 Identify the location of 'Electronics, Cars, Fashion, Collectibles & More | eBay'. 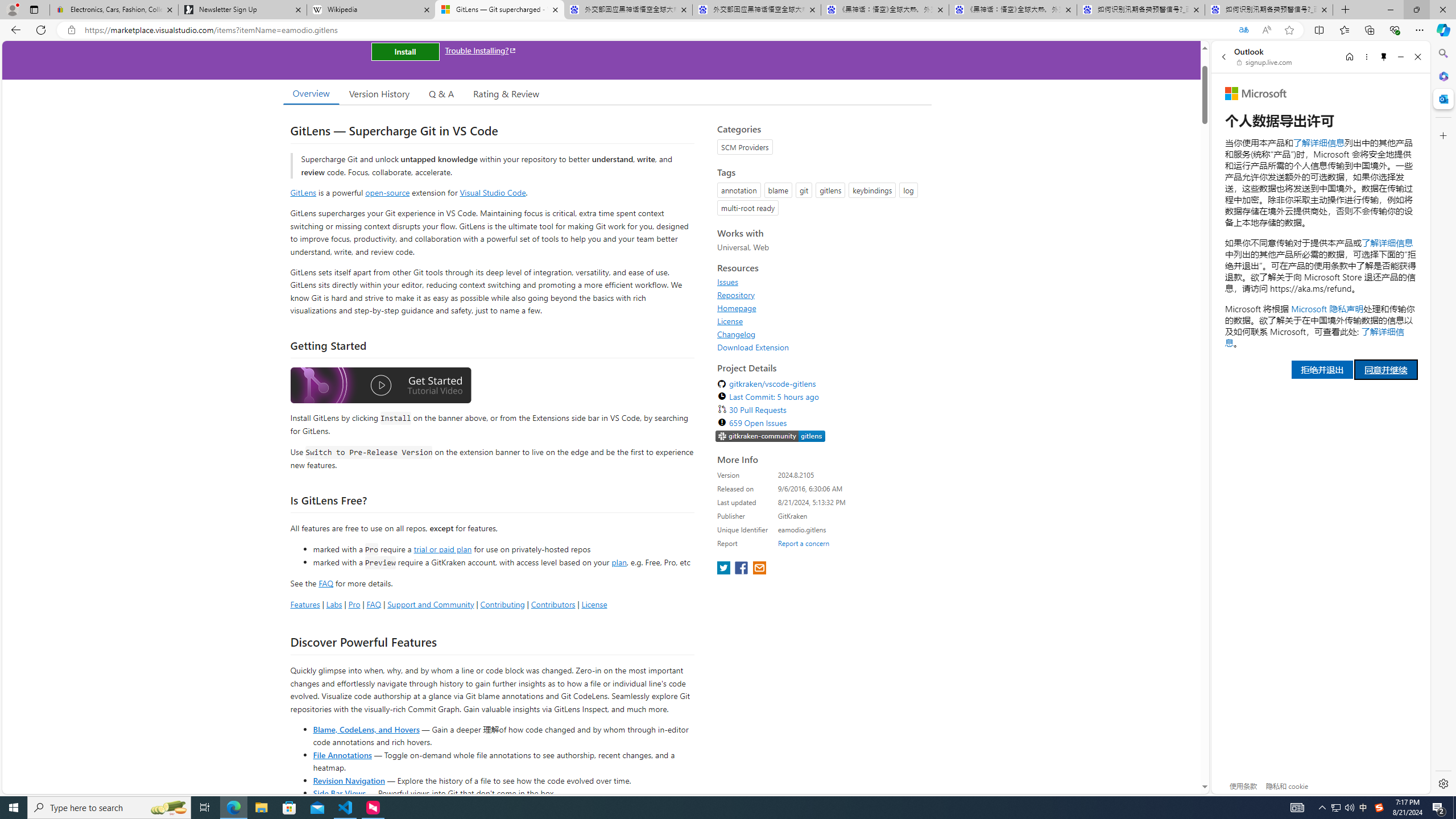
(113, 9).